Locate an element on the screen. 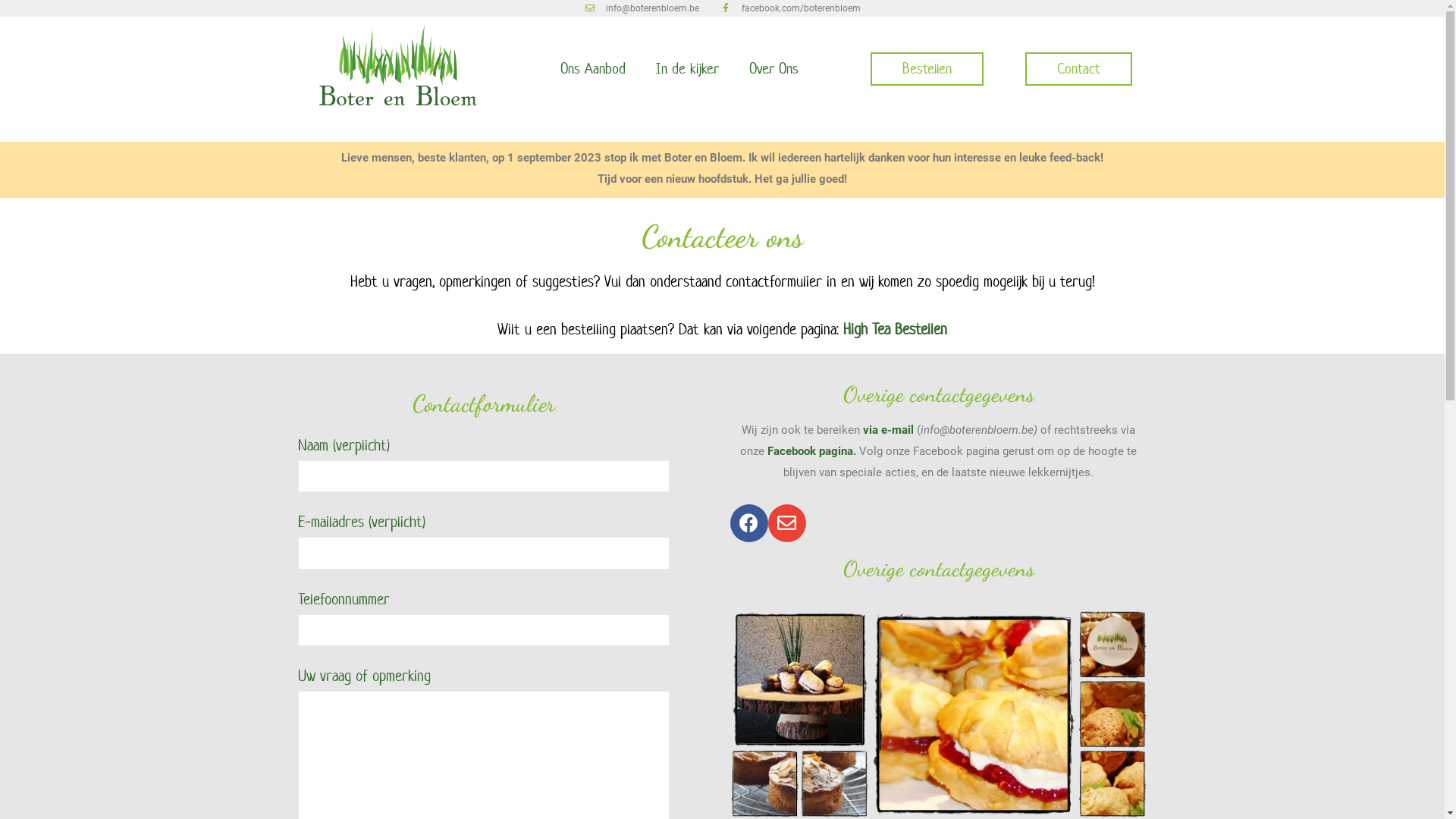 The width and height of the screenshot is (1456, 819). 'In de kijker' is located at coordinates (686, 69).